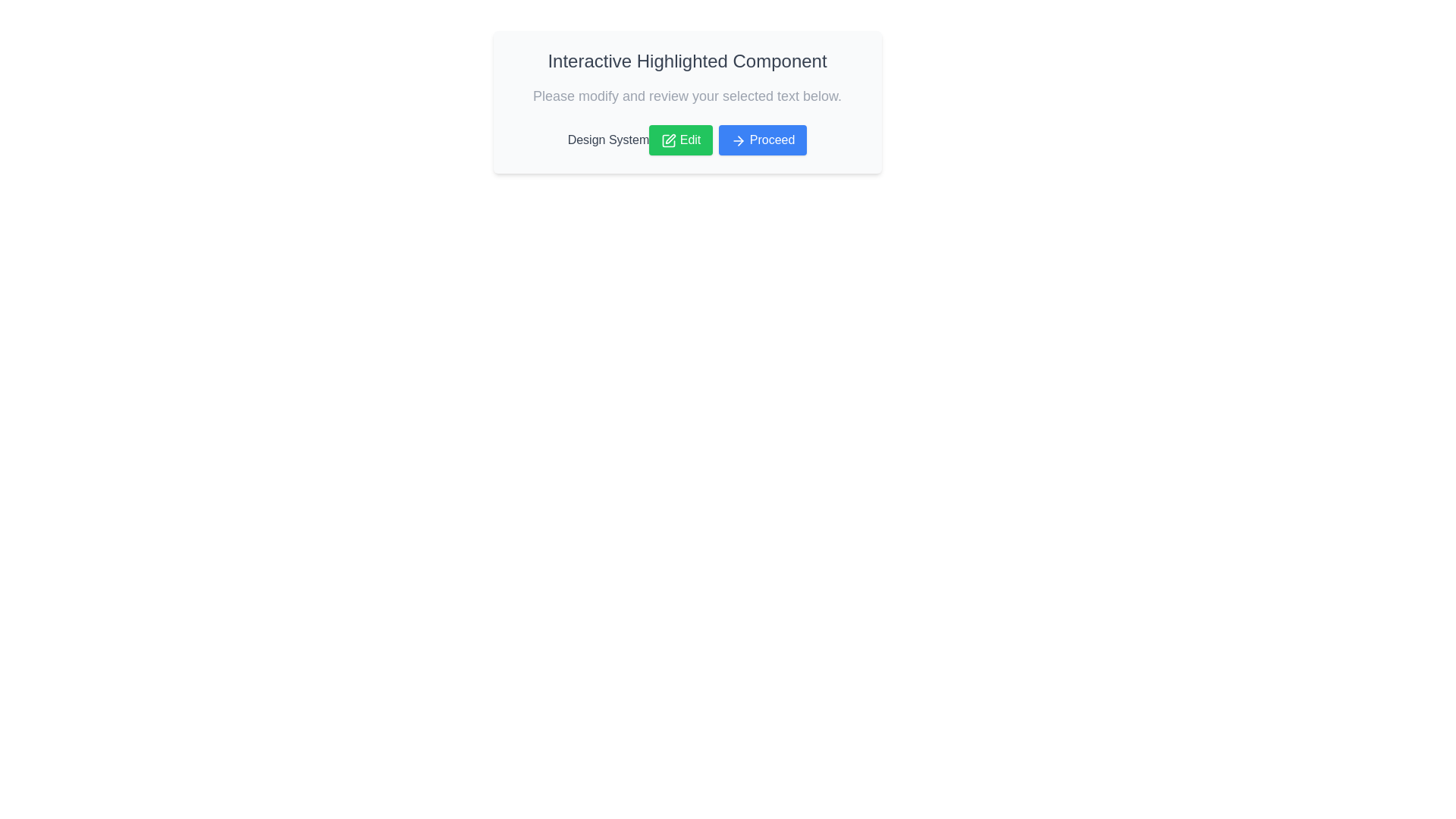 The image size is (1456, 819). Describe the element at coordinates (608, 140) in the screenshot. I see `the static text element that provides a label or descriptor, located below the heading and subheading in the center panel, to the left of the 'Edit' and 'Proceed' buttons` at that location.